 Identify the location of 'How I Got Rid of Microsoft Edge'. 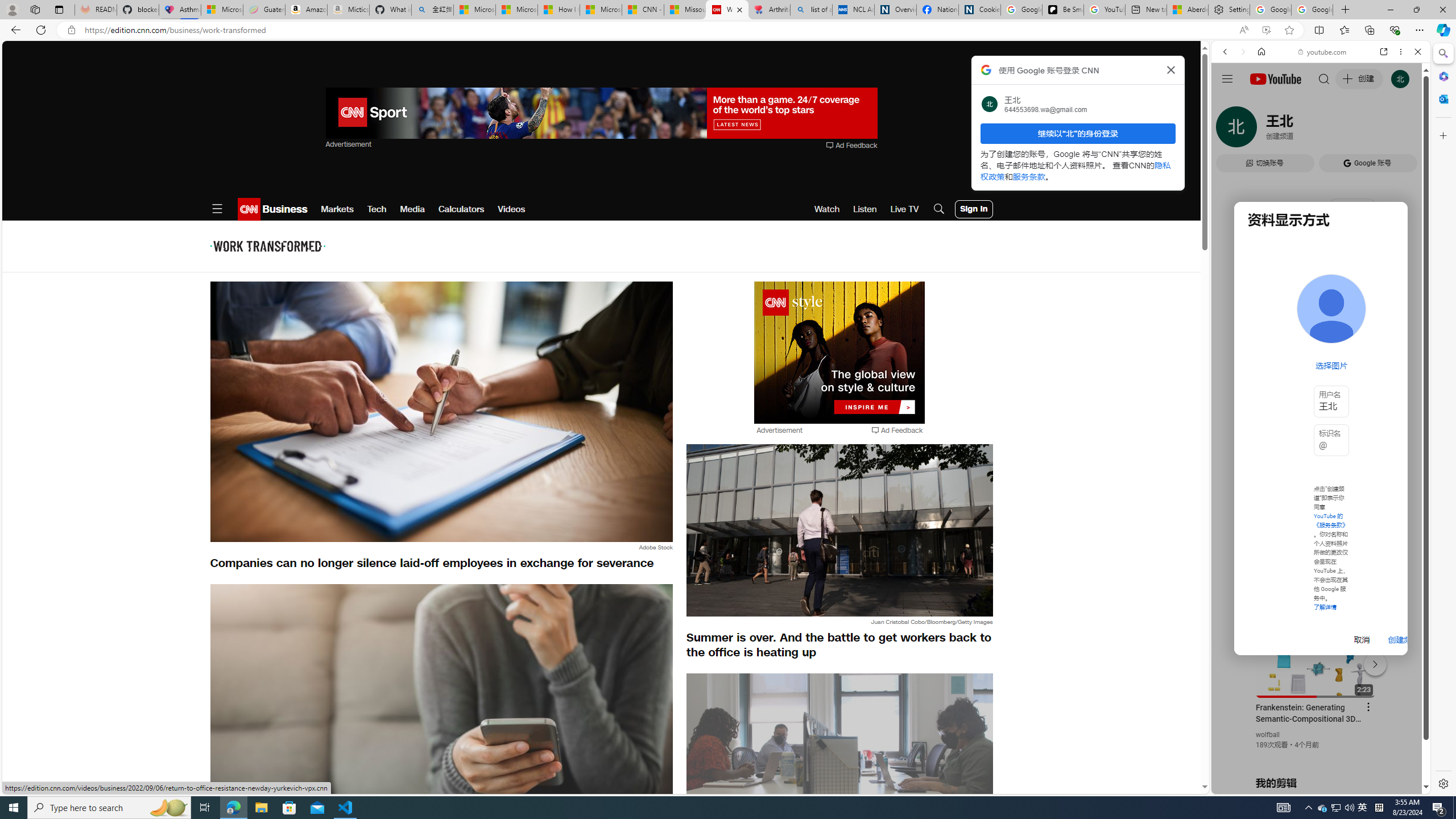
(559, 9).